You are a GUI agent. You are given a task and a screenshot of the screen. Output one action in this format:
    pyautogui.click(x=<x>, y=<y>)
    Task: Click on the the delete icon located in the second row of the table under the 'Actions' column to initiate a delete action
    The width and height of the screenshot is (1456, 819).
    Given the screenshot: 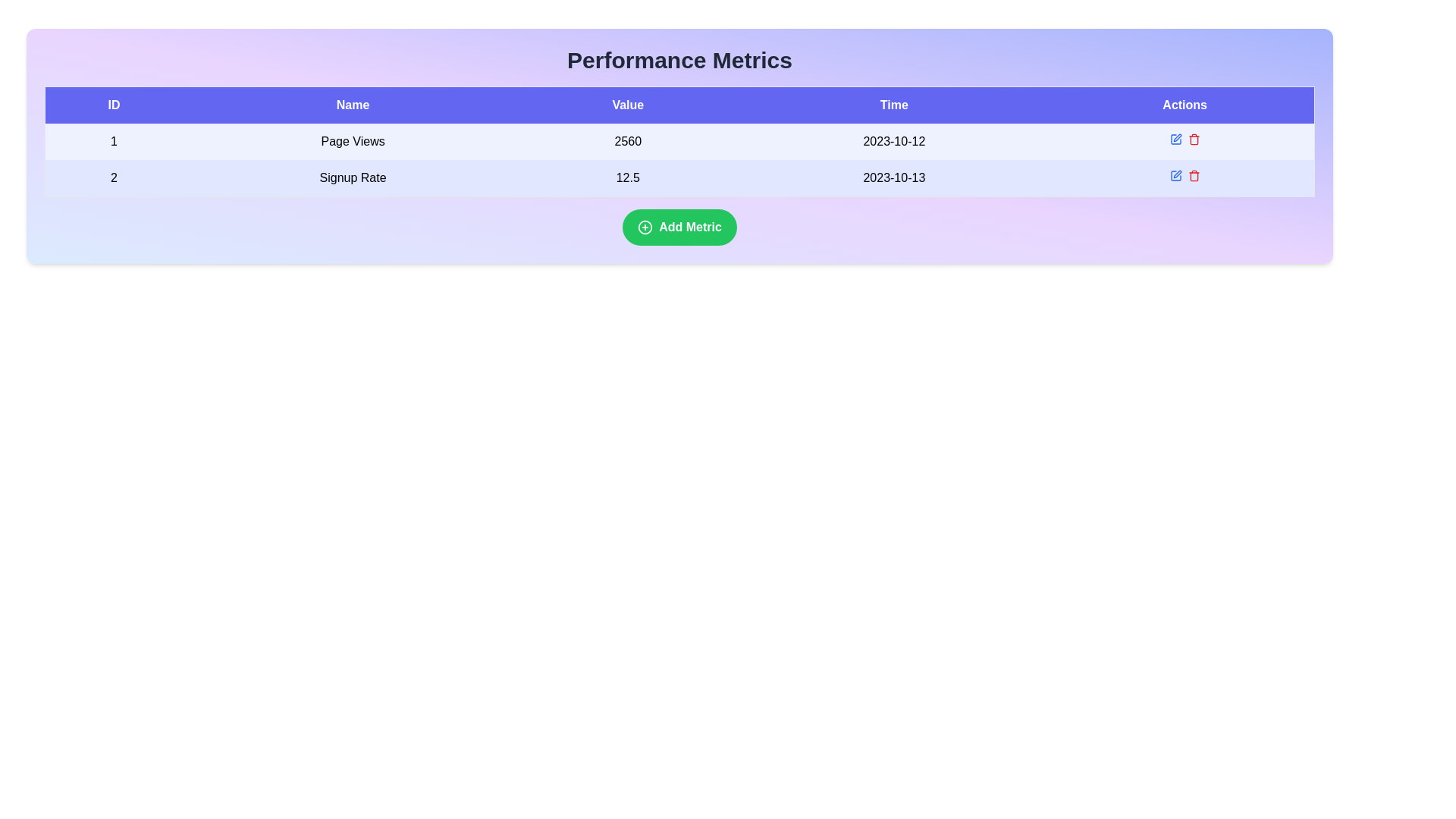 What is the action you would take?
    pyautogui.click(x=1193, y=140)
    